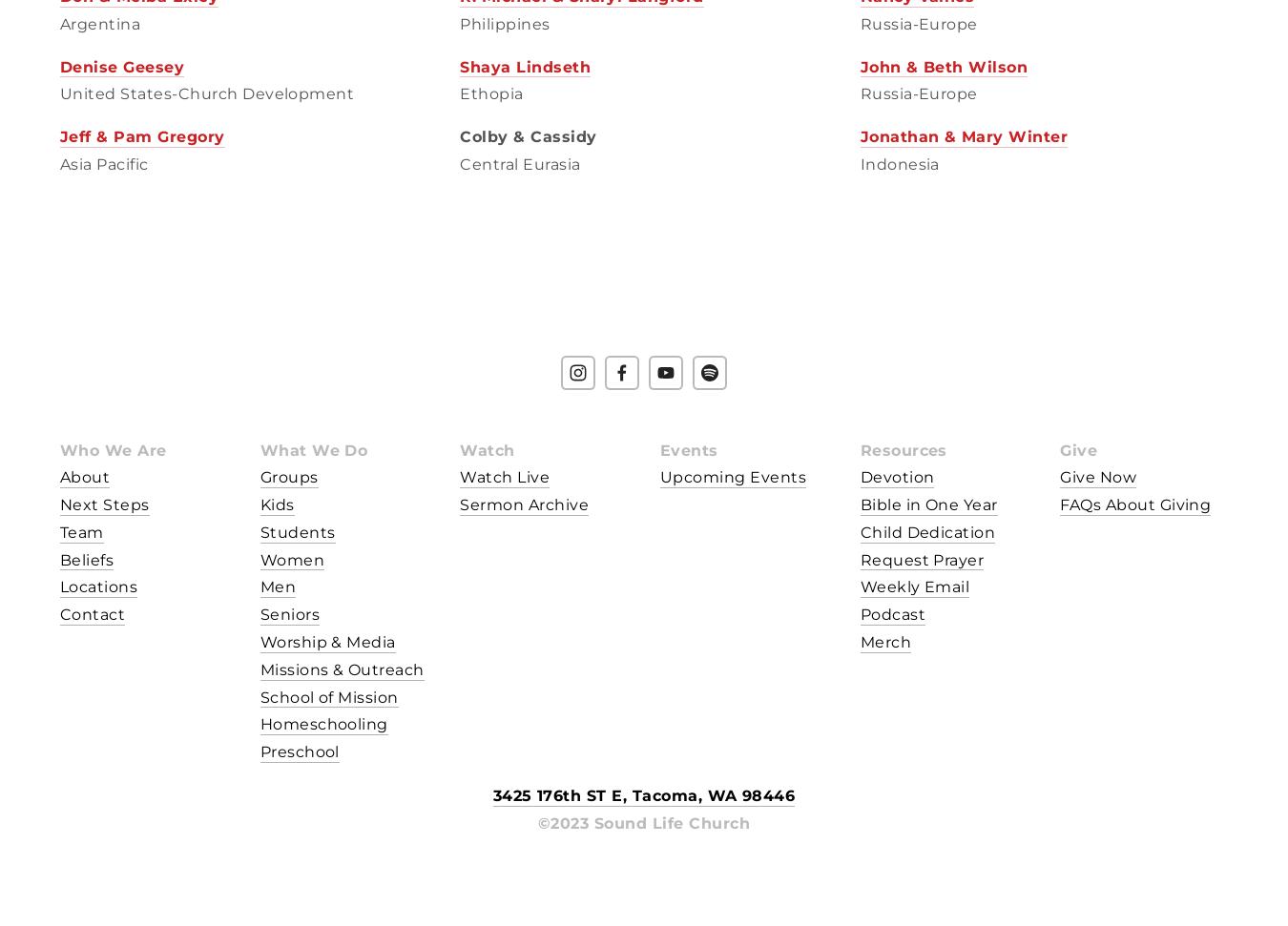 This screenshot has height=926, width=1288. I want to click on 'Missions & Outreach', so click(259, 669).